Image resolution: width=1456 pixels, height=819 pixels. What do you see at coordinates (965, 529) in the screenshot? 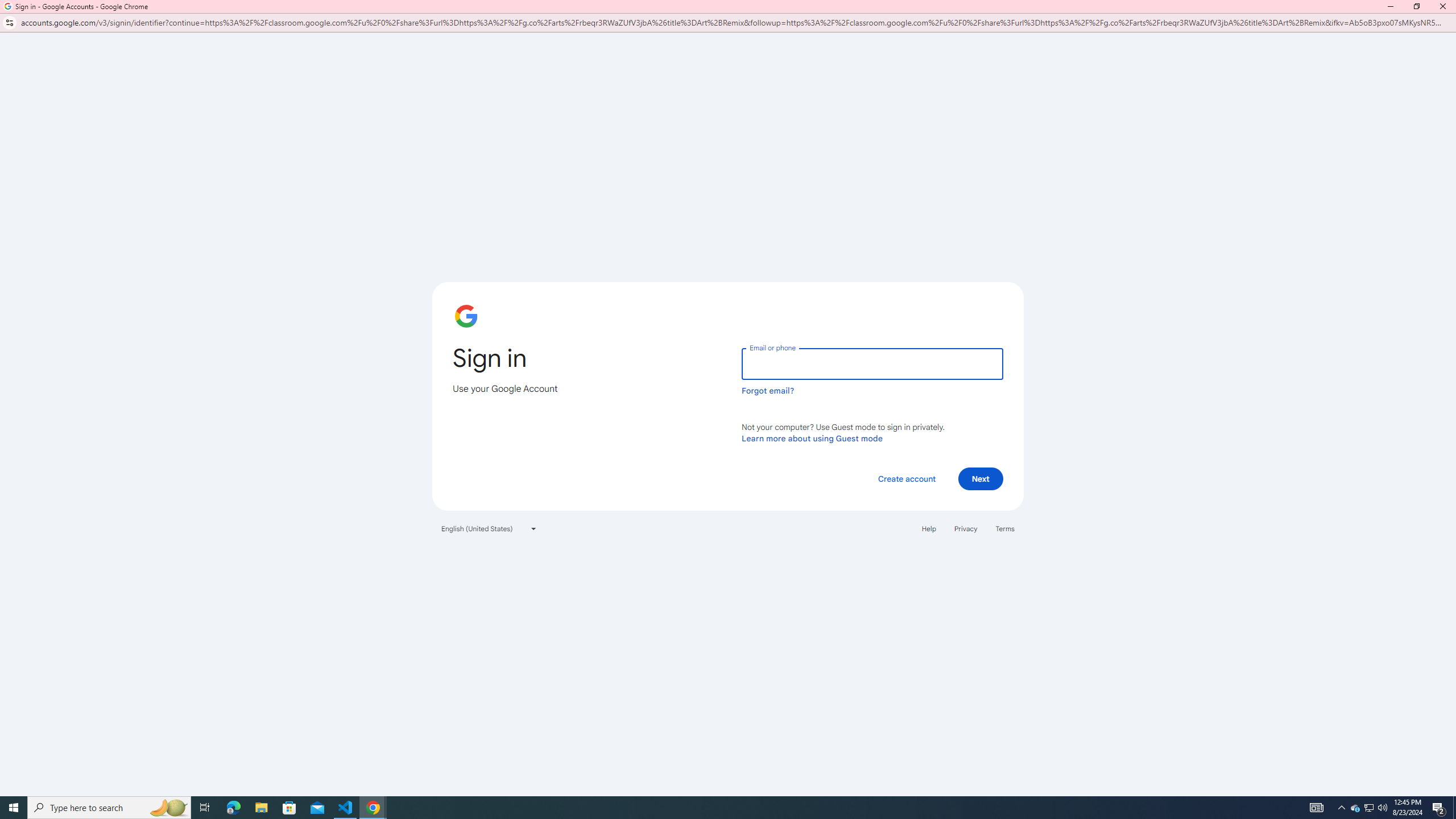
I see `'Privacy'` at bounding box center [965, 529].